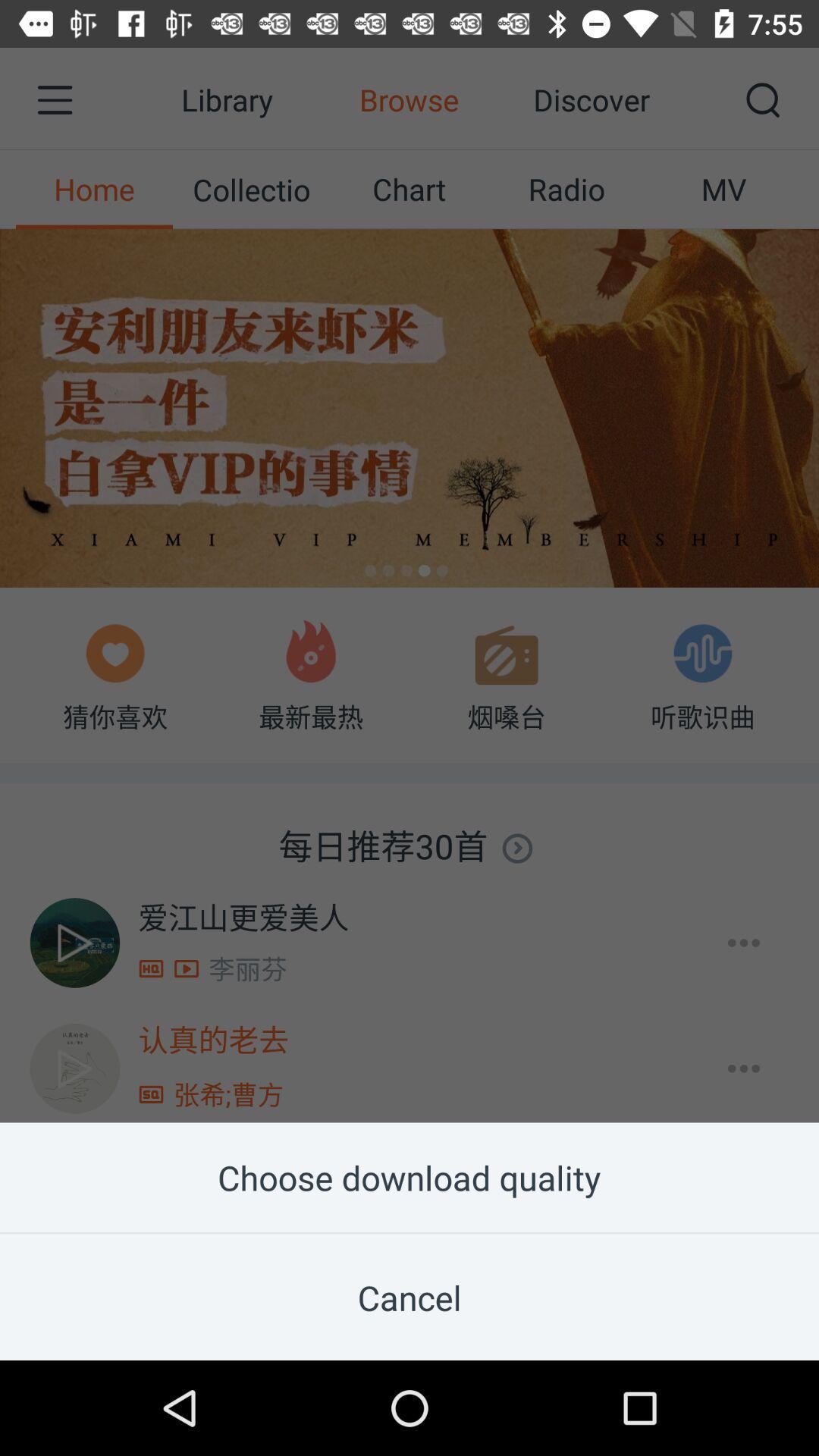  I want to click on item at the center, so click(409, 560).